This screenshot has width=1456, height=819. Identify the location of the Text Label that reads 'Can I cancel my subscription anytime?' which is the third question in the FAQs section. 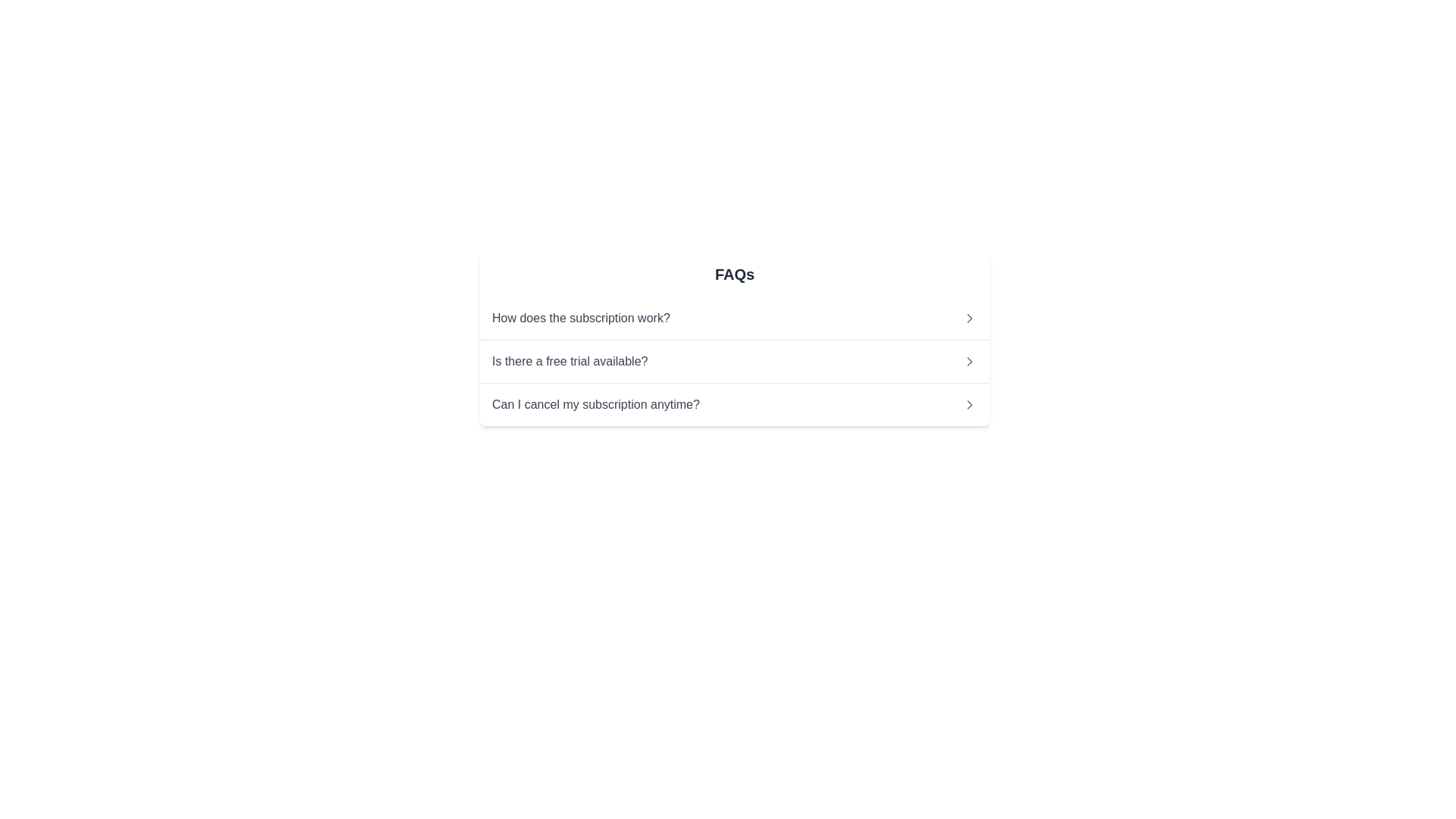
(595, 403).